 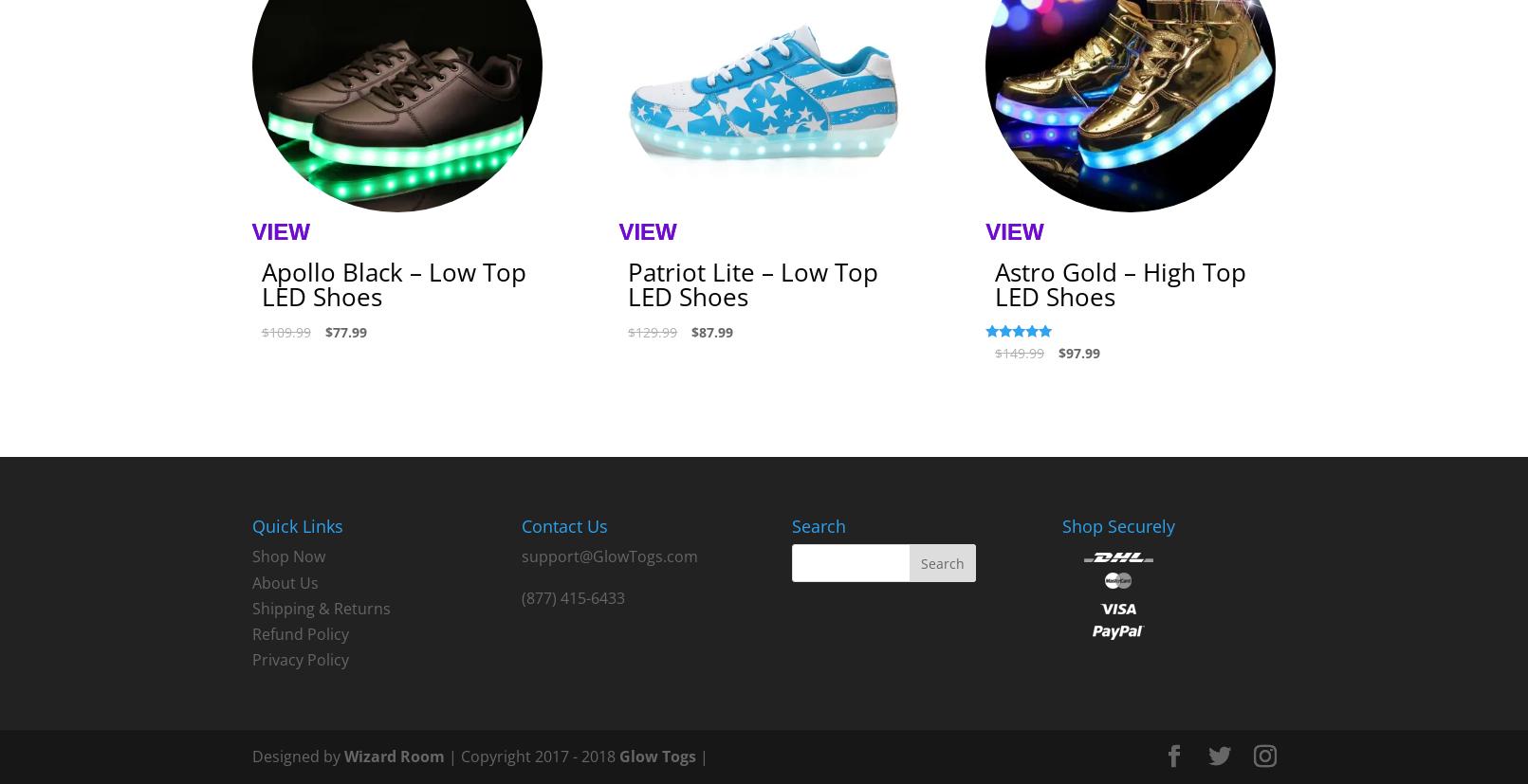 What do you see at coordinates (1119, 283) in the screenshot?
I see `'Astro Gold – High Top LED Shoes'` at bounding box center [1119, 283].